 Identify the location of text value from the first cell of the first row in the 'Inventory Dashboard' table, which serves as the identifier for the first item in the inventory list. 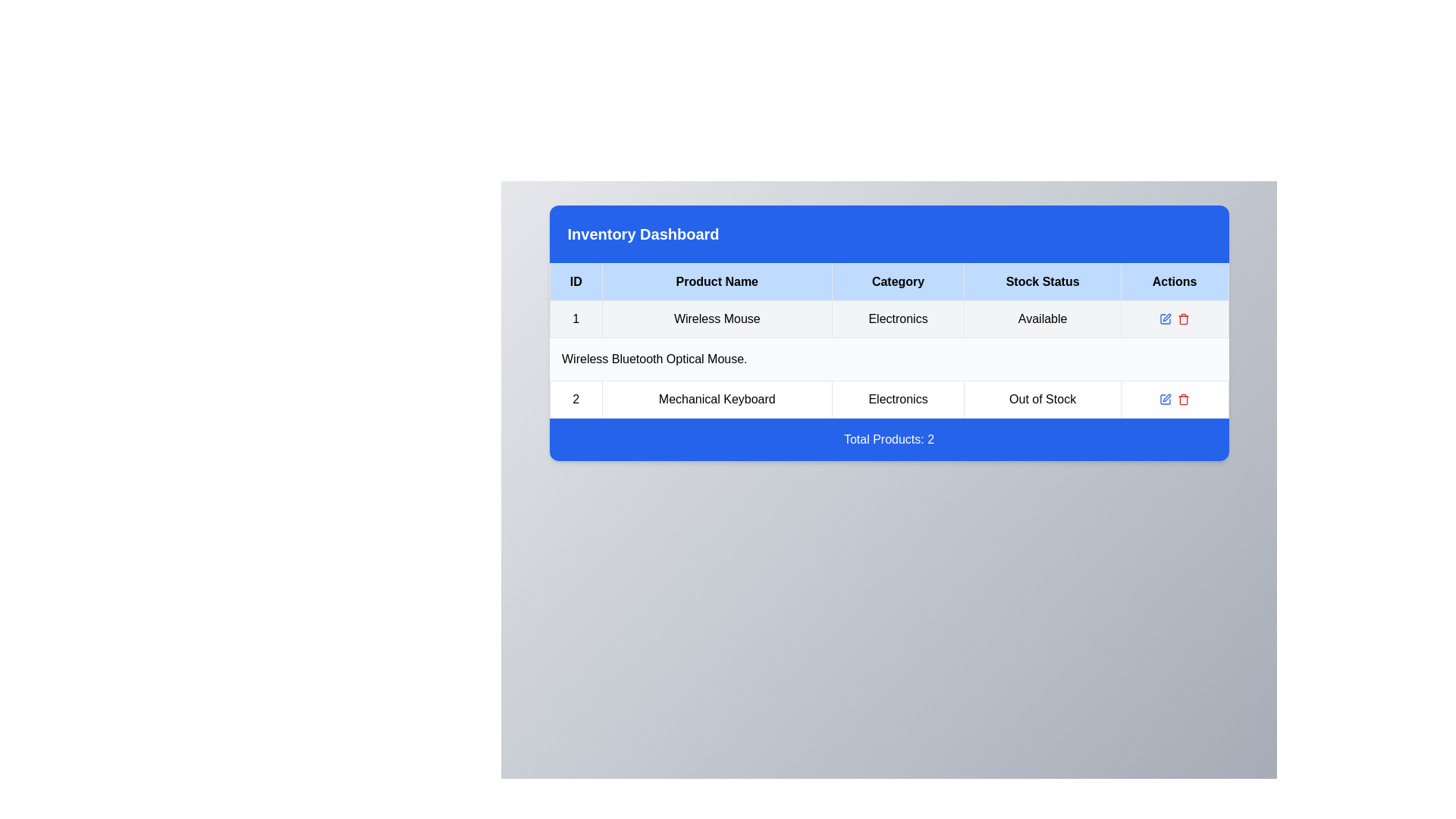
(575, 318).